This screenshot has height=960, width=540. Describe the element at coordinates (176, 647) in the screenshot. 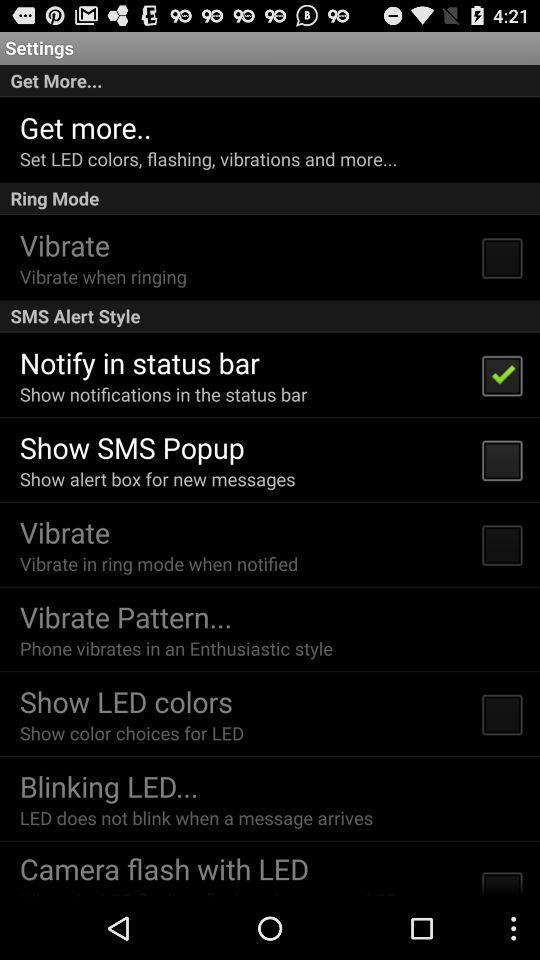

I see `the app below the vibrate pattern... icon` at that location.